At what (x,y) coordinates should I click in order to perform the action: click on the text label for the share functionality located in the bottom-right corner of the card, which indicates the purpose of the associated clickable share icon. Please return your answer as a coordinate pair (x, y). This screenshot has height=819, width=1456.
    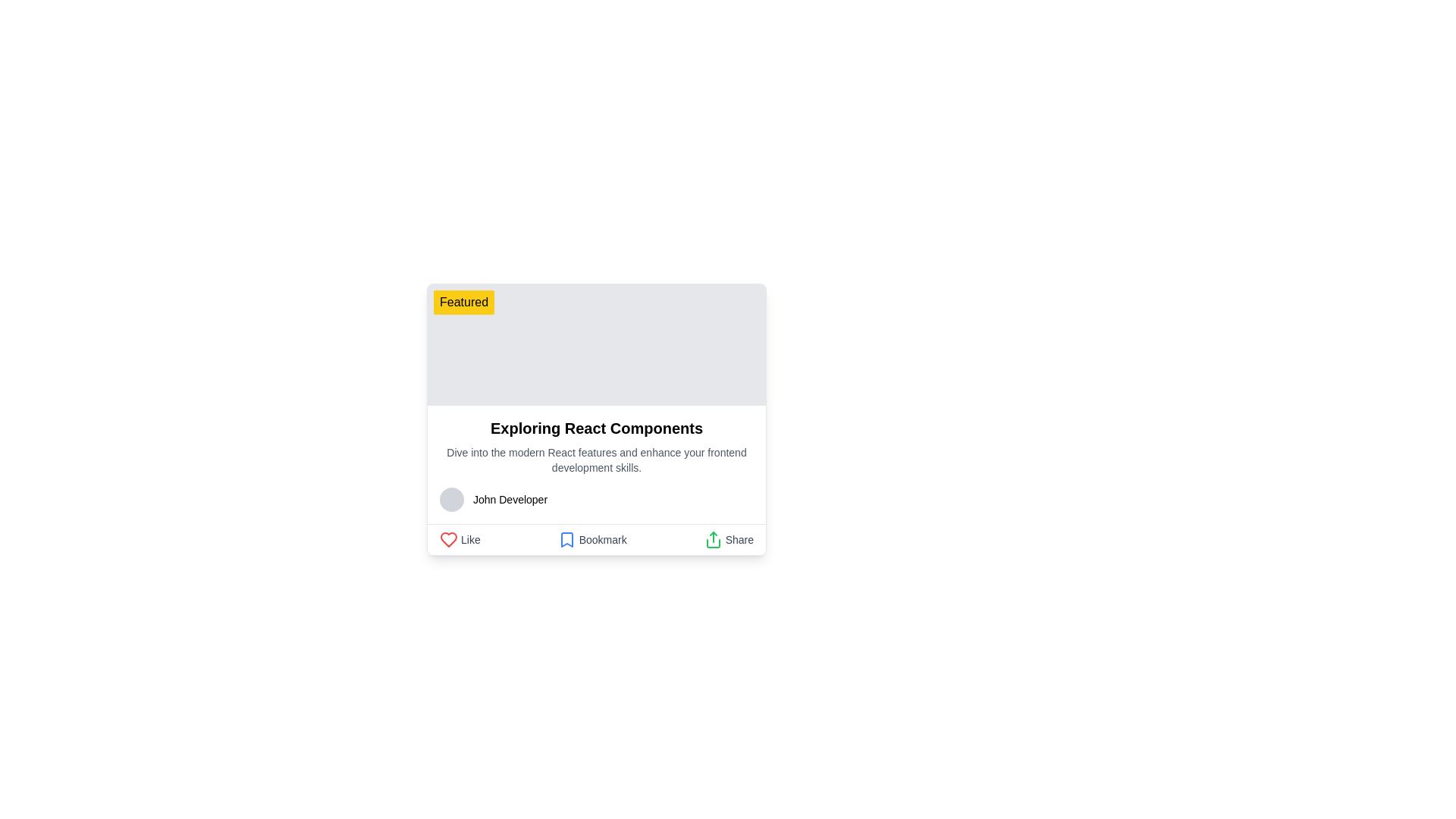
    Looking at the image, I should click on (739, 539).